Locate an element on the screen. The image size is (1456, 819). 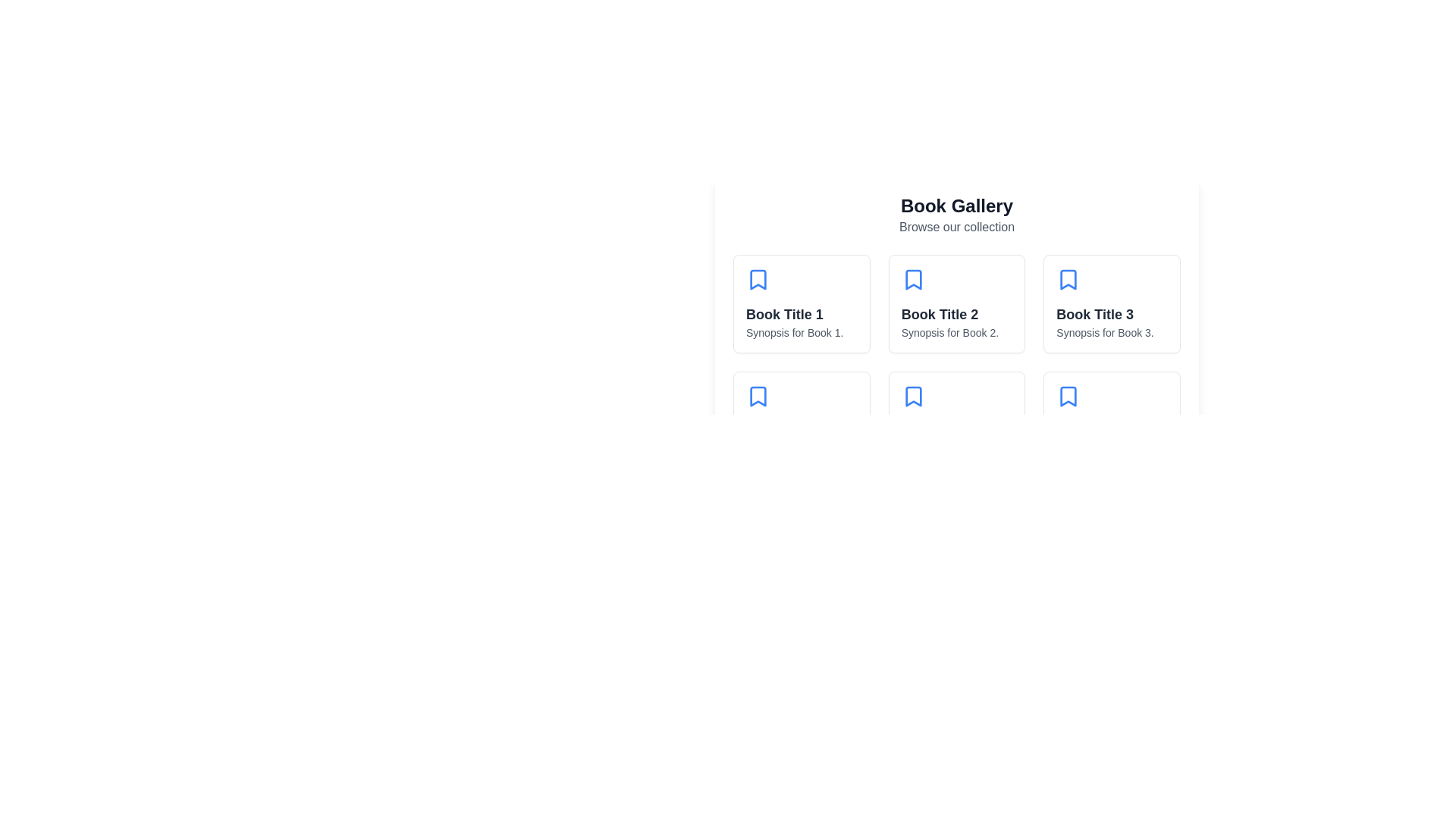
around the descriptive subtitle element located beneath the 'Book Gallery' title to facilitate navigation is located at coordinates (956, 227).